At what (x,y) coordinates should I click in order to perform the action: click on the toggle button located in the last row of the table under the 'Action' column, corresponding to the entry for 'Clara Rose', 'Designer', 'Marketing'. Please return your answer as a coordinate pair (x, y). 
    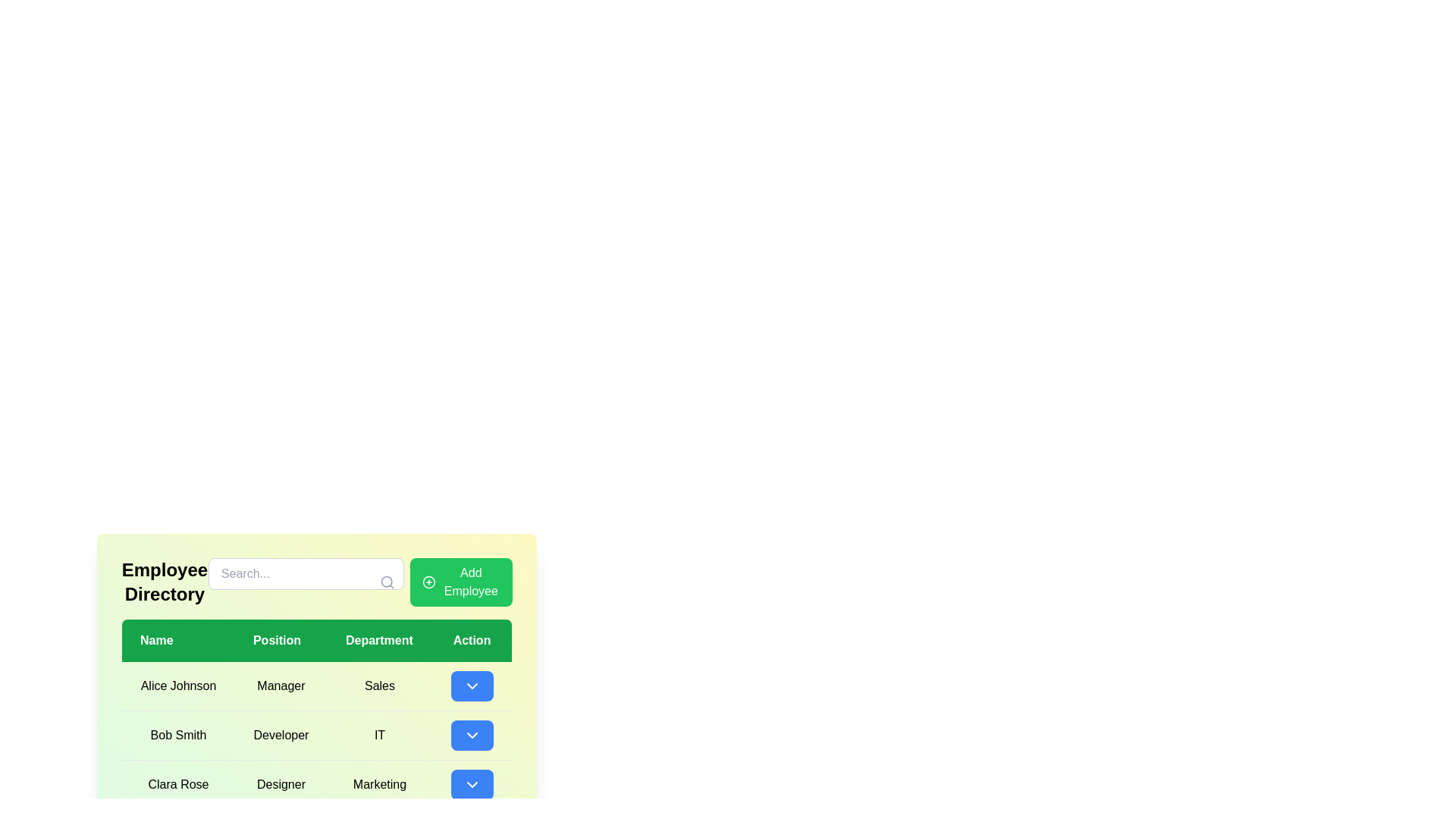
    Looking at the image, I should click on (471, 784).